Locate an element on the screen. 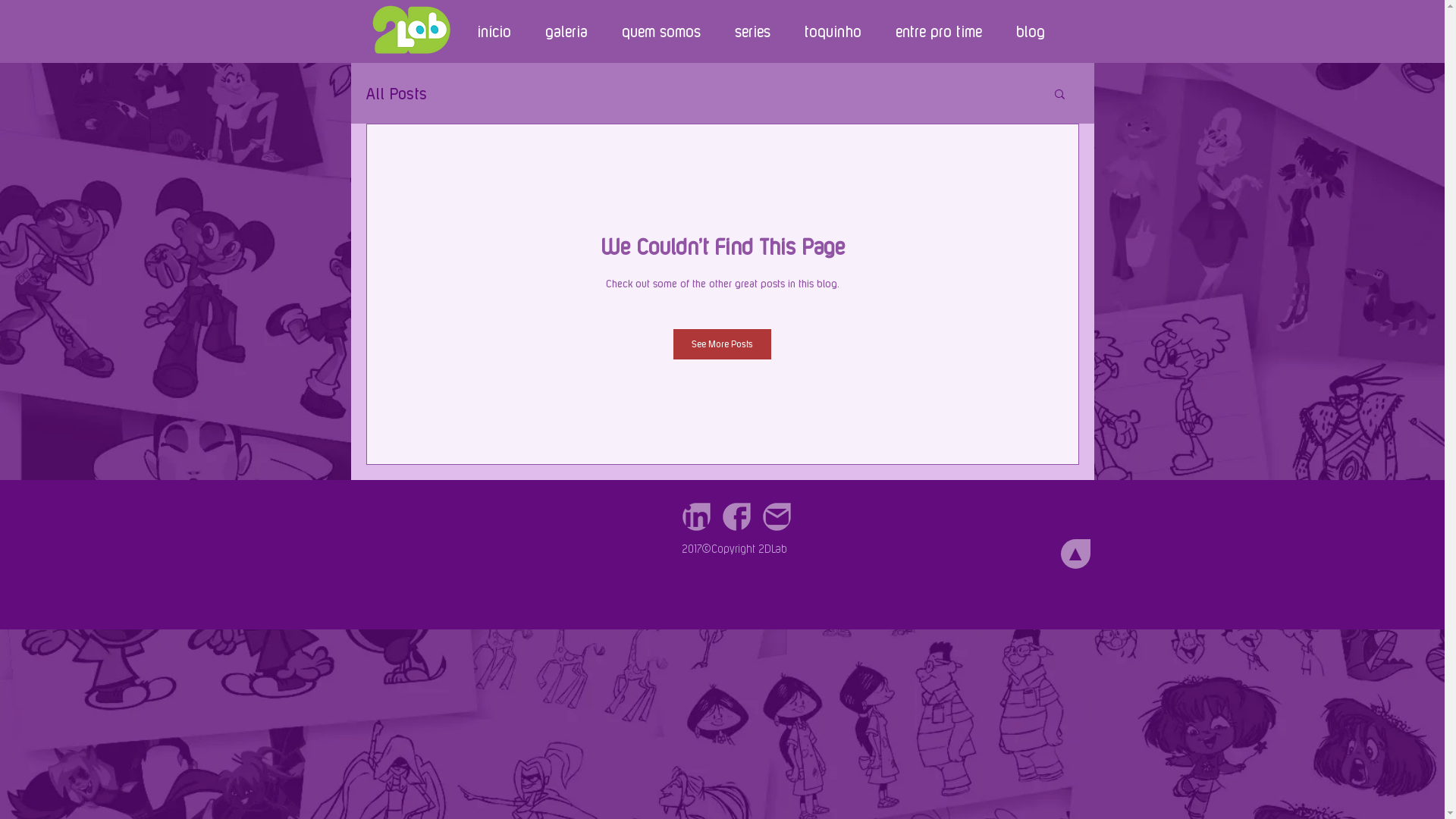 The image size is (1456, 819). 'galeria' is located at coordinates (528, 31).